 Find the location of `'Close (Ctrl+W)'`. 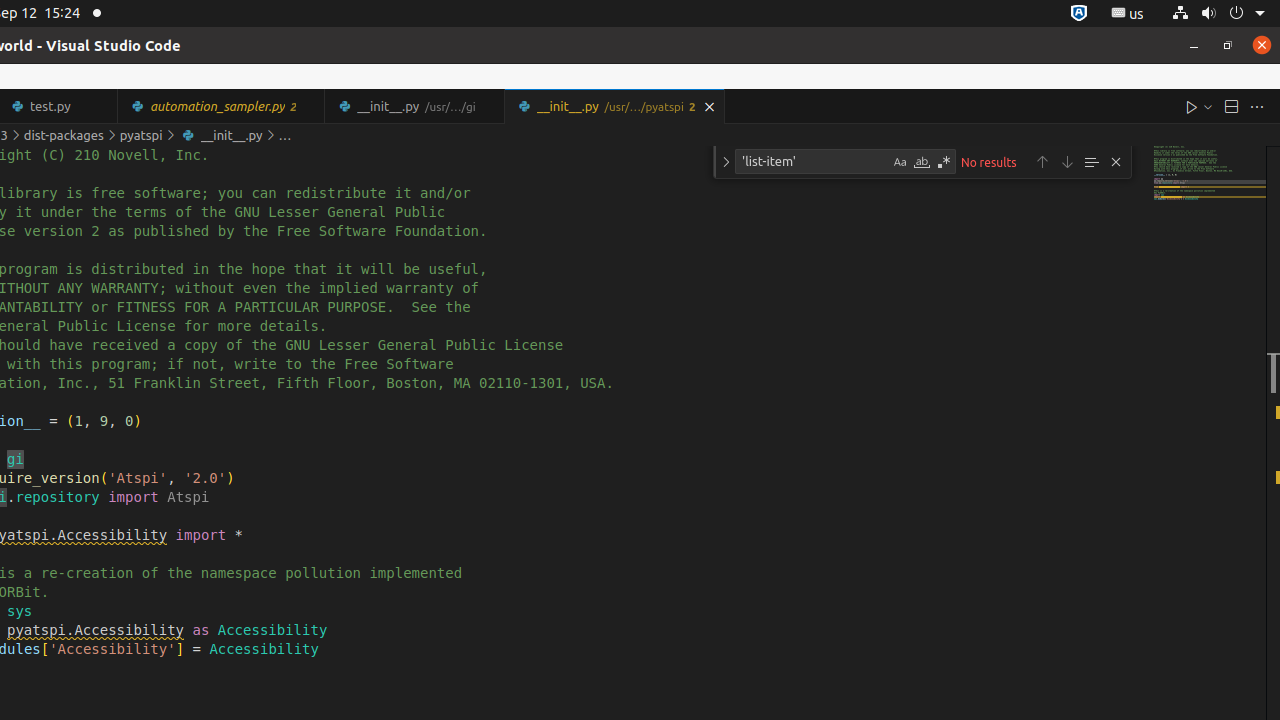

'Close (Ctrl+W)' is located at coordinates (709, 106).